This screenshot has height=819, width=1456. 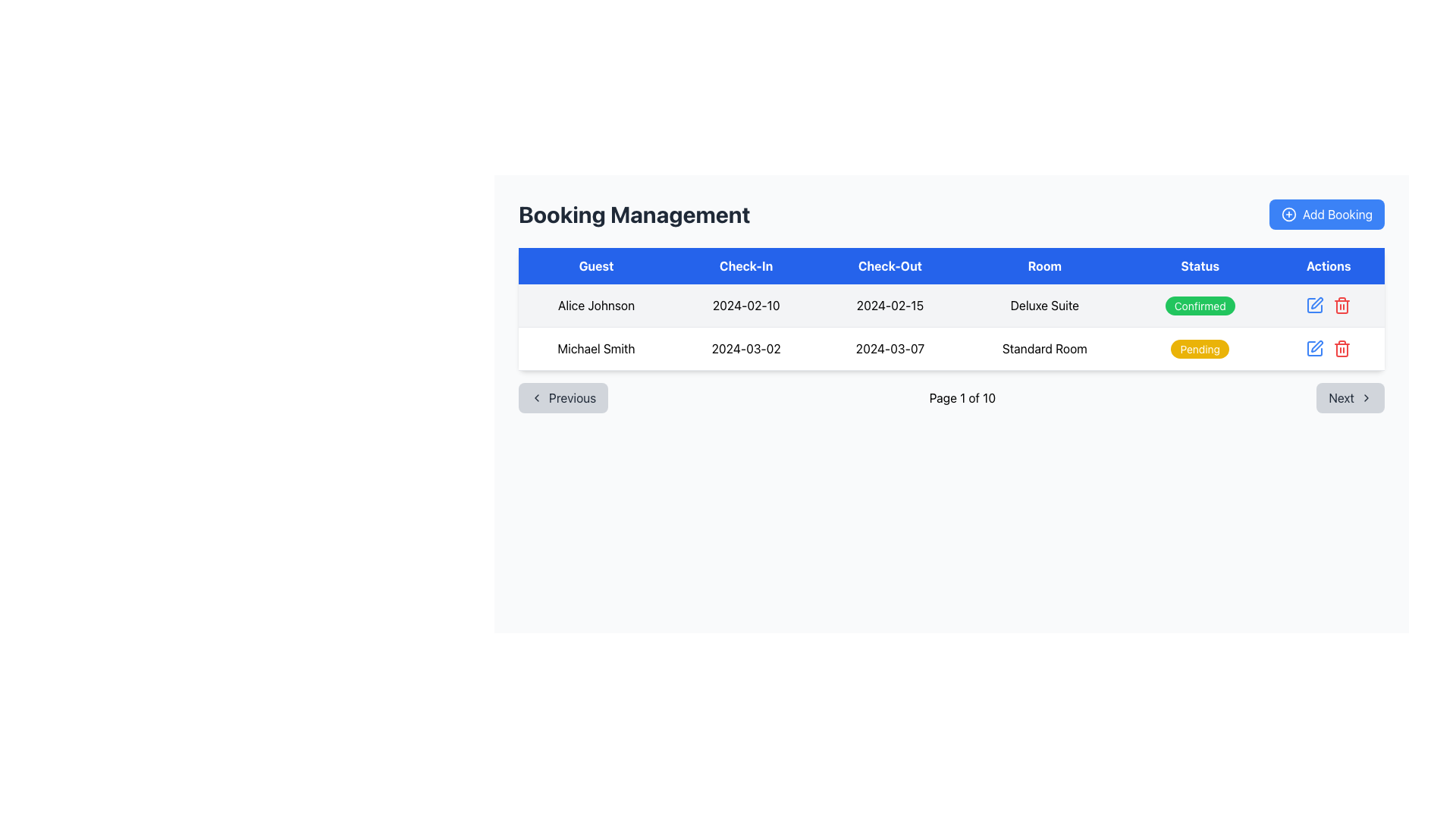 What do you see at coordinates (1043, 265) in the screenshot?
I see `the fourth tab in the table column header that indicates room information, located between the 'Check-Out' tab and 'Status' tab` at bounding box center [1043, 265].